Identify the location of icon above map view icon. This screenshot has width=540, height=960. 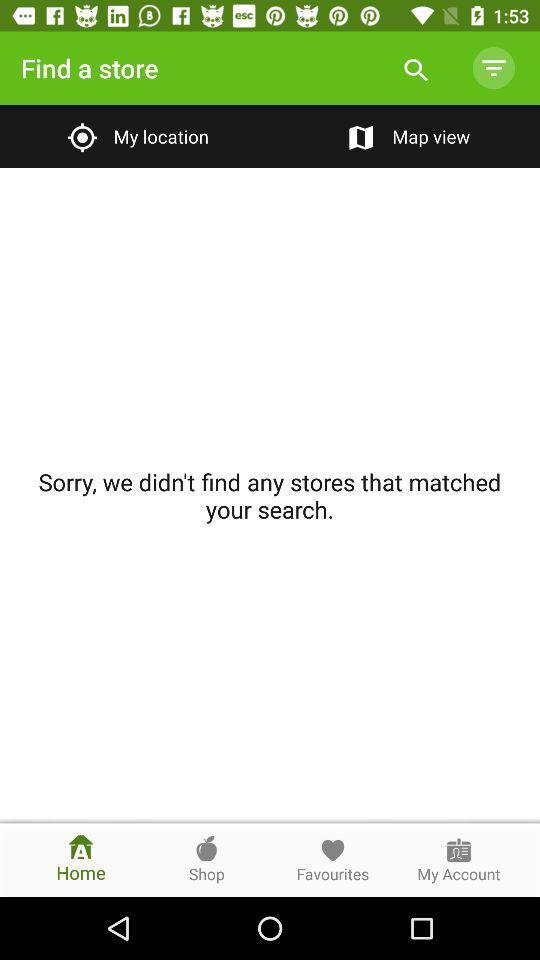
(492, 68).